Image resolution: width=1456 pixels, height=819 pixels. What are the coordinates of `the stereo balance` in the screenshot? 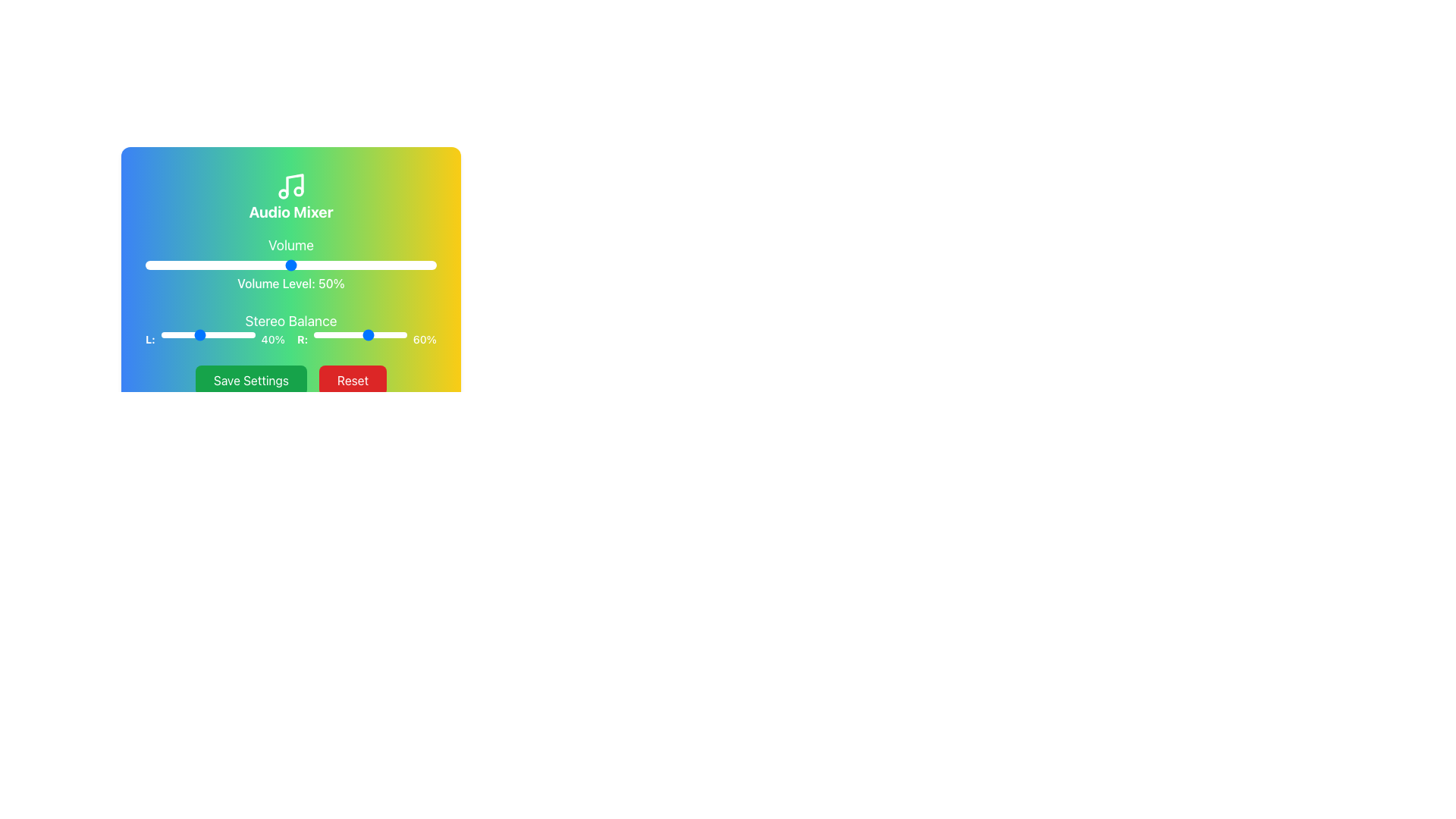 It's located at (384, 334).